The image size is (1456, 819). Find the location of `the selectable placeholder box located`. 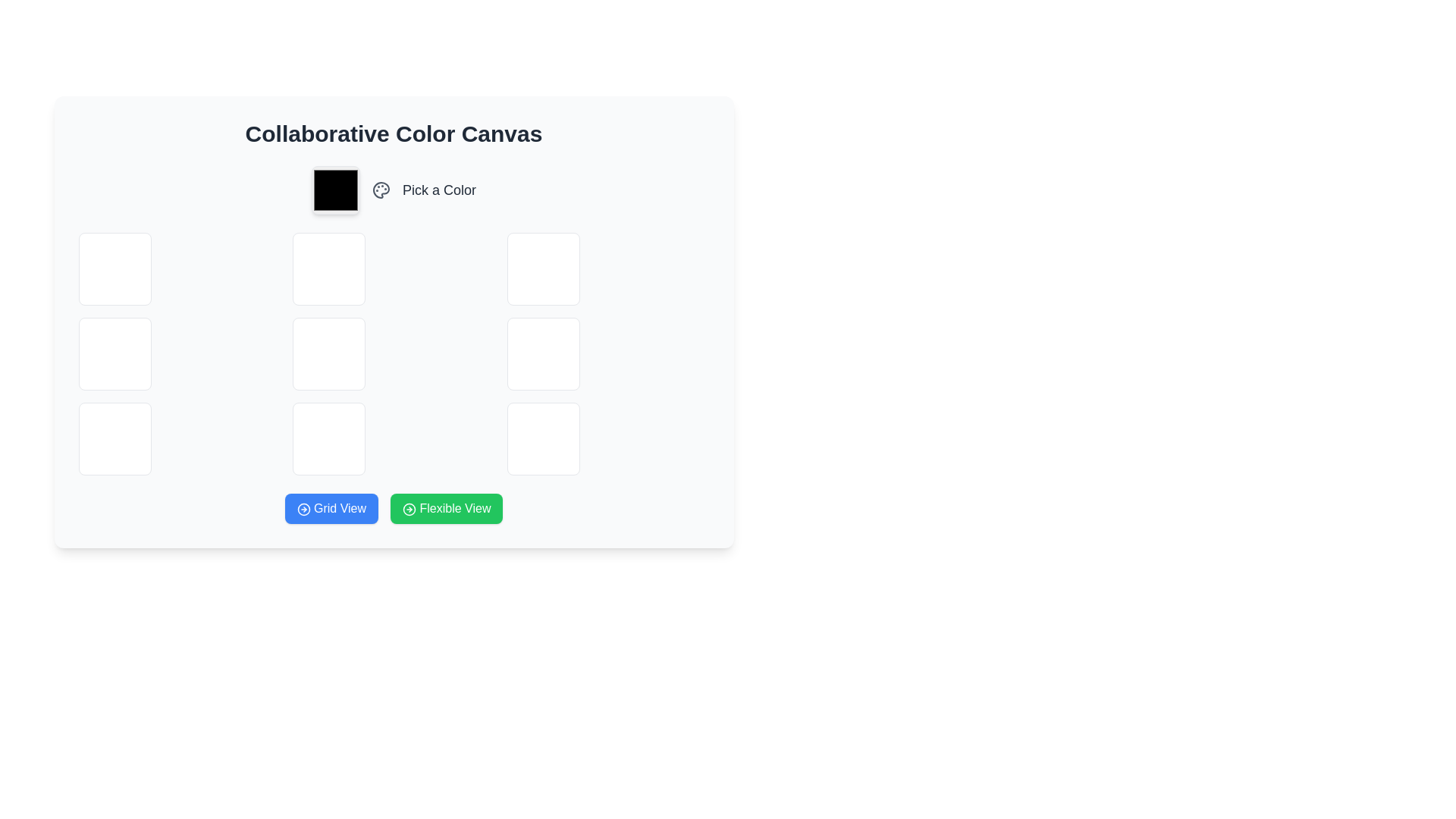

the selectable placeholder box located is located at coordinates (328, 353).